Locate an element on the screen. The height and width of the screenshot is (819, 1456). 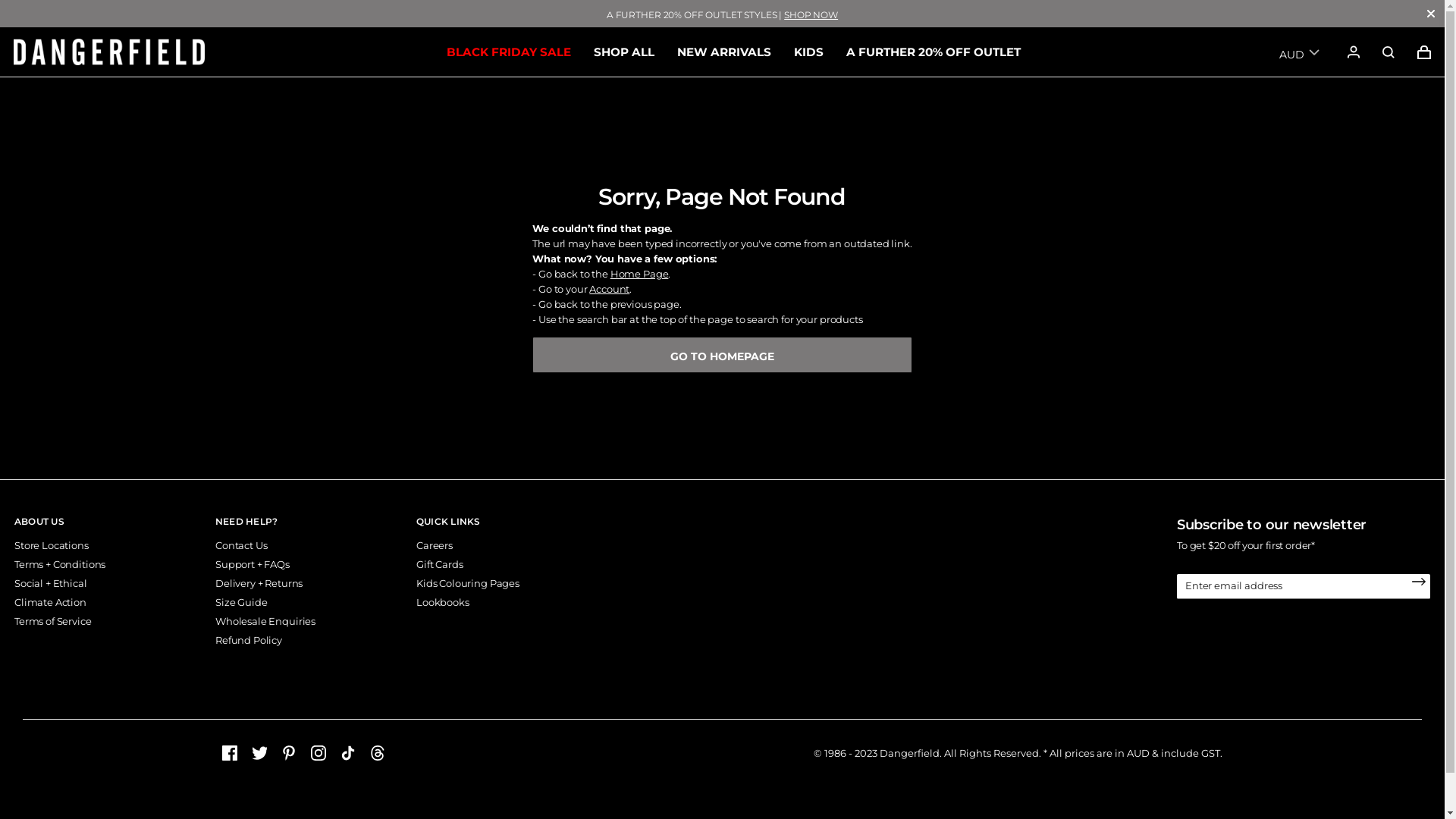
'Contact Us' is located at coordinates (240, 544).